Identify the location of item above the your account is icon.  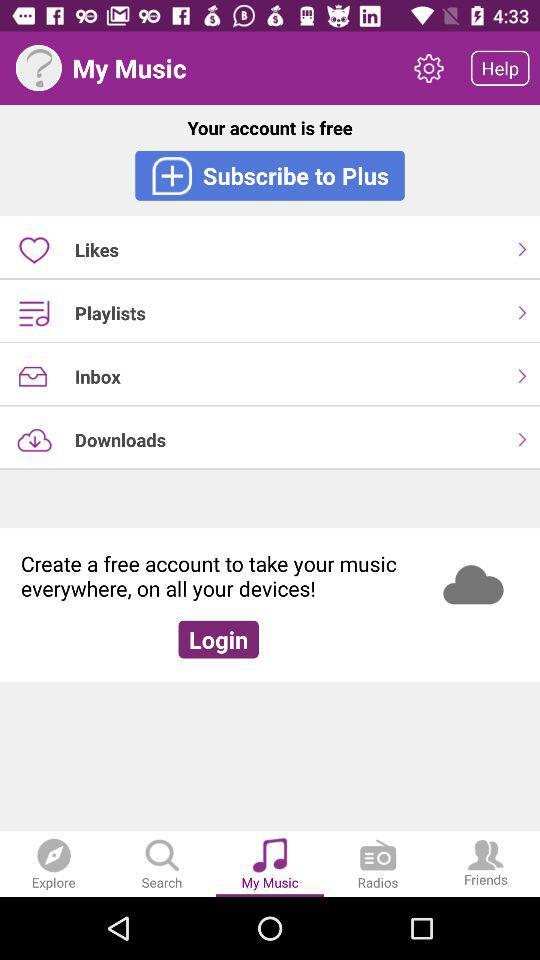
(427, 68).